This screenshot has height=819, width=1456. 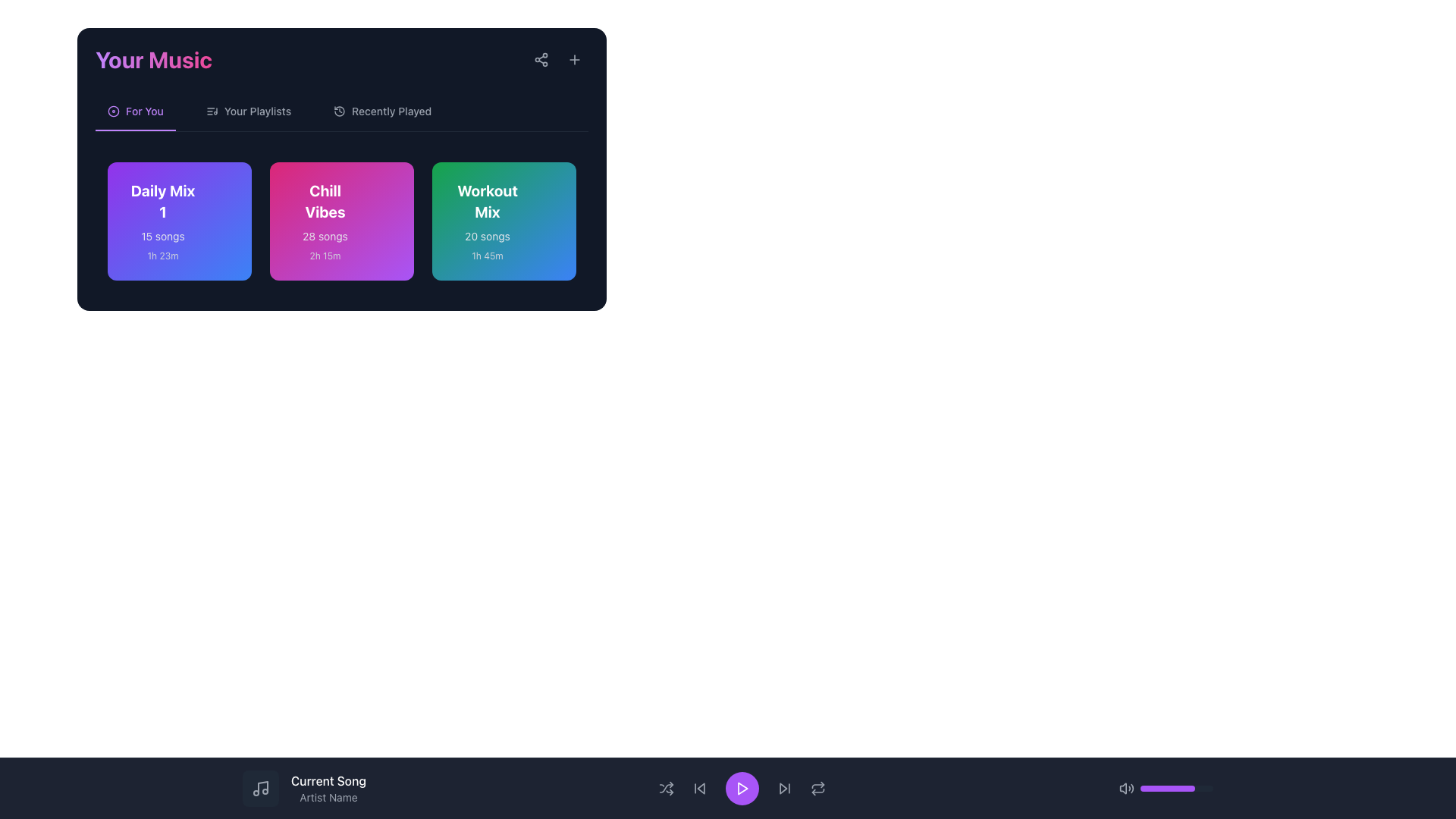 I want to click on the 'Recently Played' icon located to the left of the label text 'Recently Played' in the navigation bar of the 'Your Music' section, so click(x=339, y=110).